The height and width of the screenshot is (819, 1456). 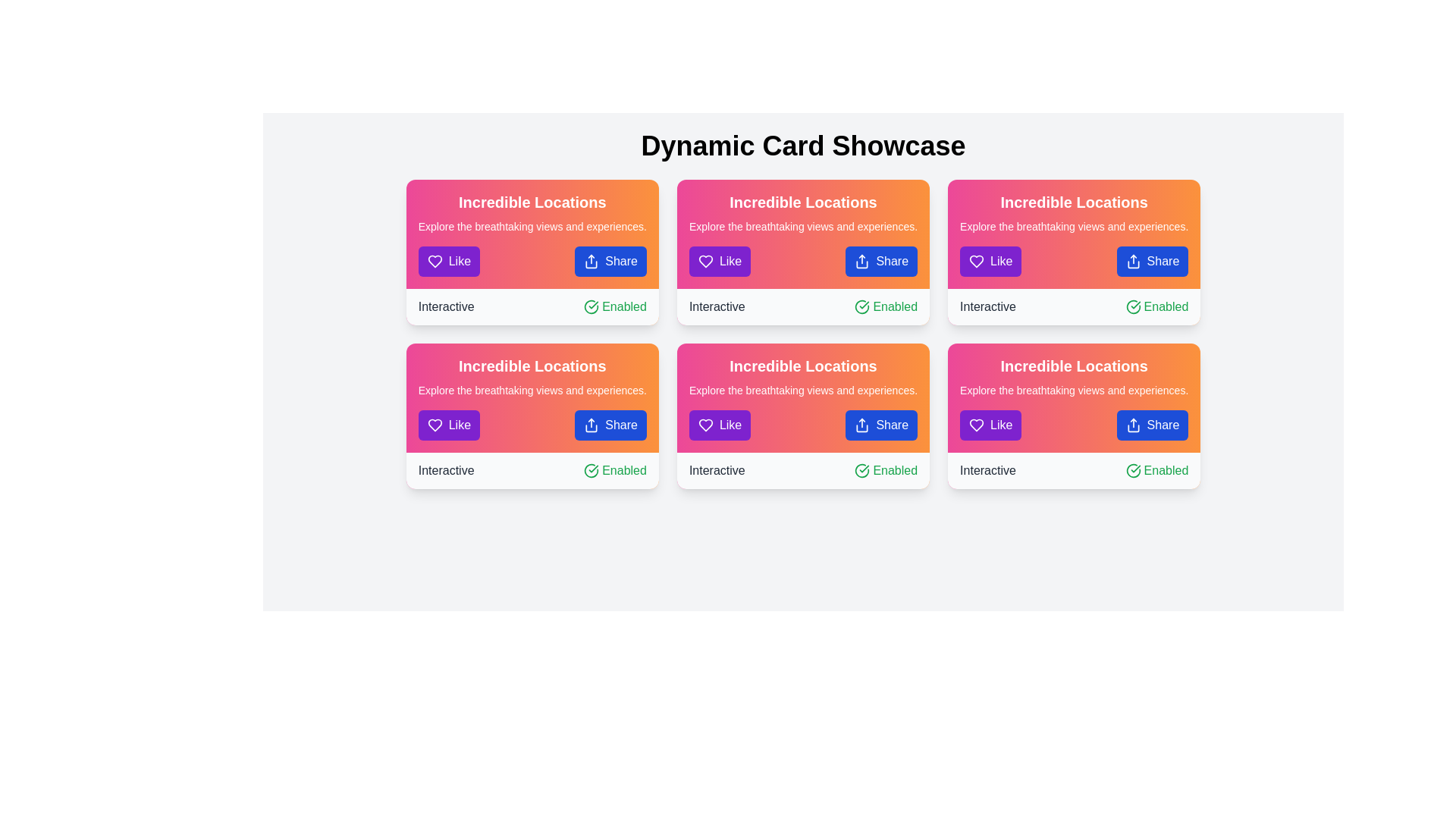 I want to click on the fourth interactive card in the grid located in the top-right corner, which allows users to 'Like' or 'Share' its content, to trigger potential animations, so click(x=1073, y=251).